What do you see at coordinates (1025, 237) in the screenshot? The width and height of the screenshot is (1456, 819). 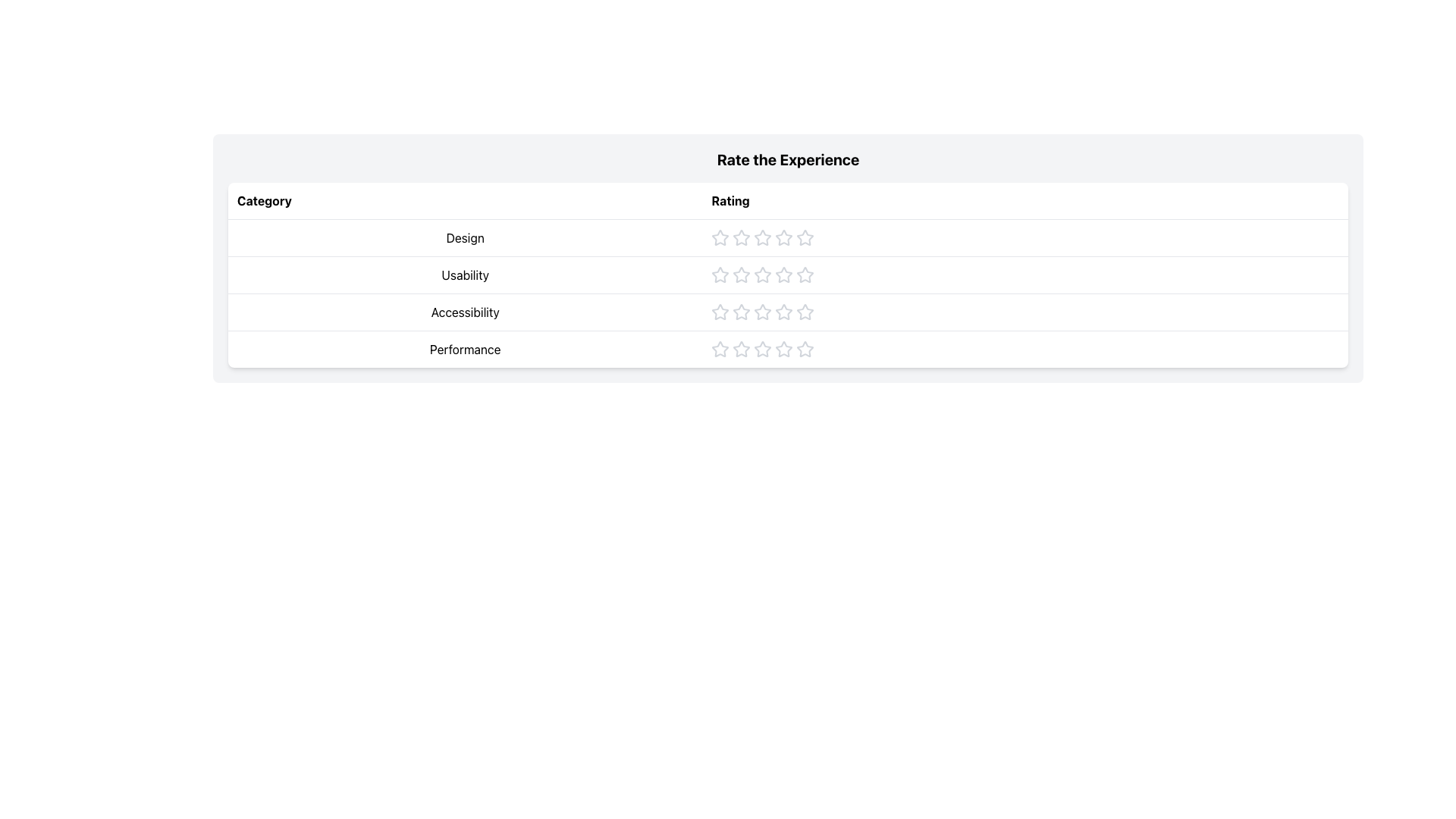 I see `the star icons in the 'Rating' column of the 'Design' row` at bounding box center [1025, 237].